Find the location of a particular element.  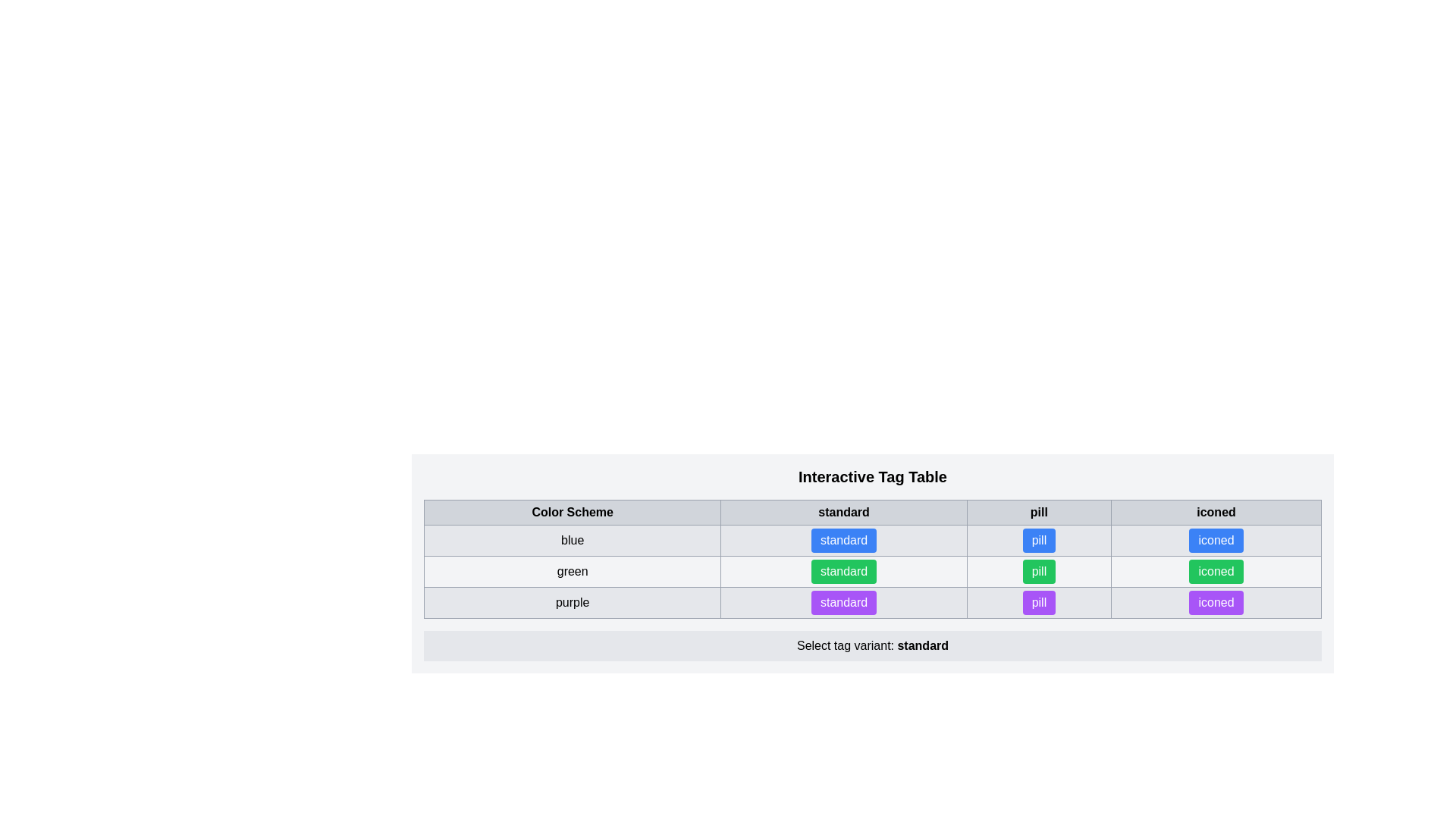

the rectangular purple button labeled 'standard' in white text, which is the first button in the 'purple' color scheme row of the table is located at coordinates (873, 601).